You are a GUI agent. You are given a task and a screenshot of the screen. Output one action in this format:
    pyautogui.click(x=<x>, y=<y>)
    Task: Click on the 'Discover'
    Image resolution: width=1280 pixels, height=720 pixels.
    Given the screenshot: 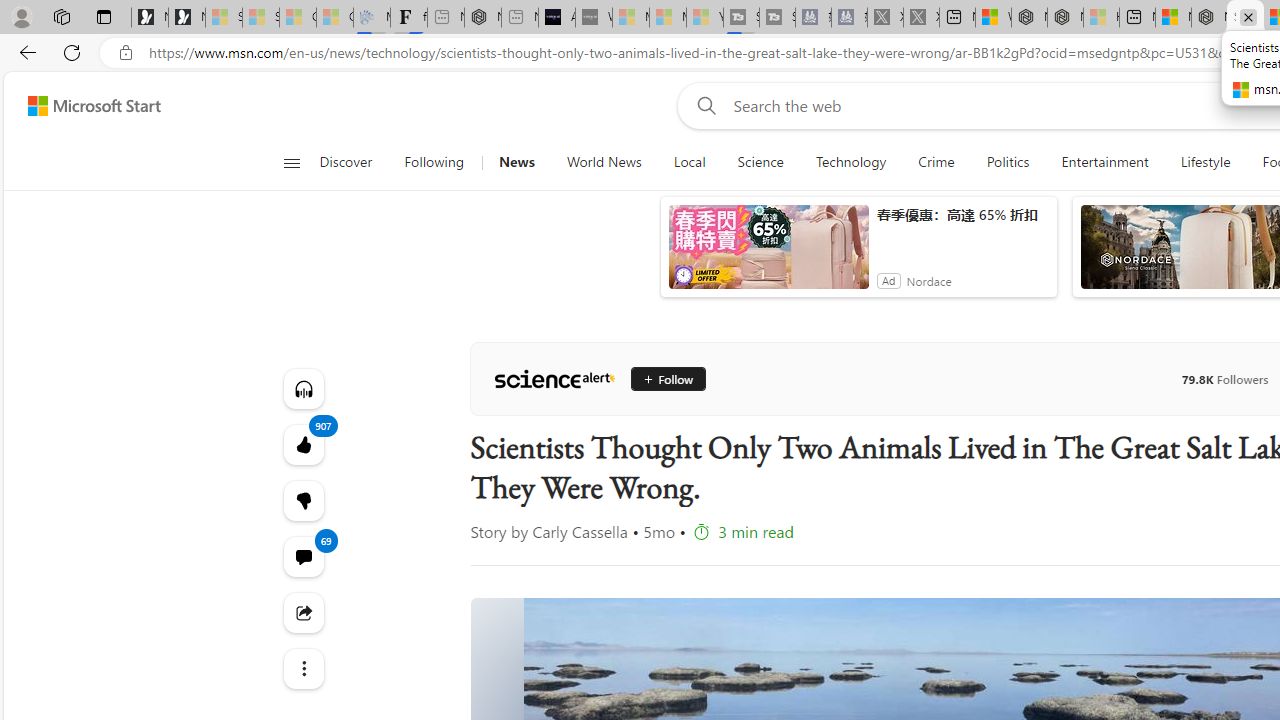 What is the action you would take?
    pyautogui.click(x=345, y=162)
    